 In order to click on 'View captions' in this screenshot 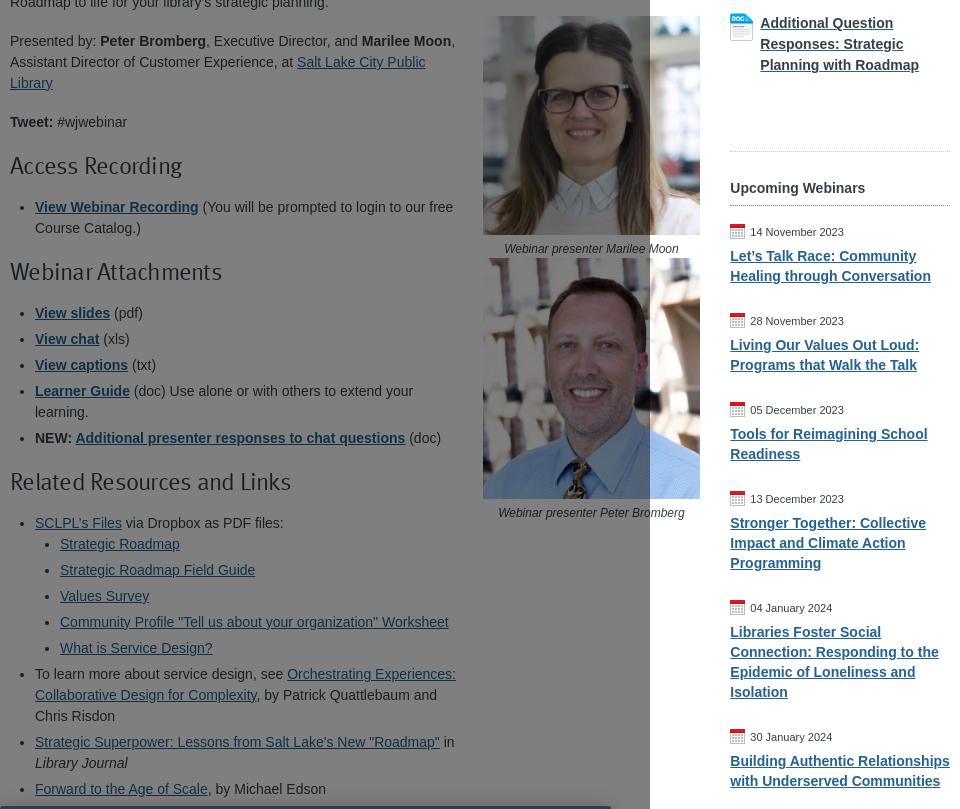, I will do `click(81, 365)`.